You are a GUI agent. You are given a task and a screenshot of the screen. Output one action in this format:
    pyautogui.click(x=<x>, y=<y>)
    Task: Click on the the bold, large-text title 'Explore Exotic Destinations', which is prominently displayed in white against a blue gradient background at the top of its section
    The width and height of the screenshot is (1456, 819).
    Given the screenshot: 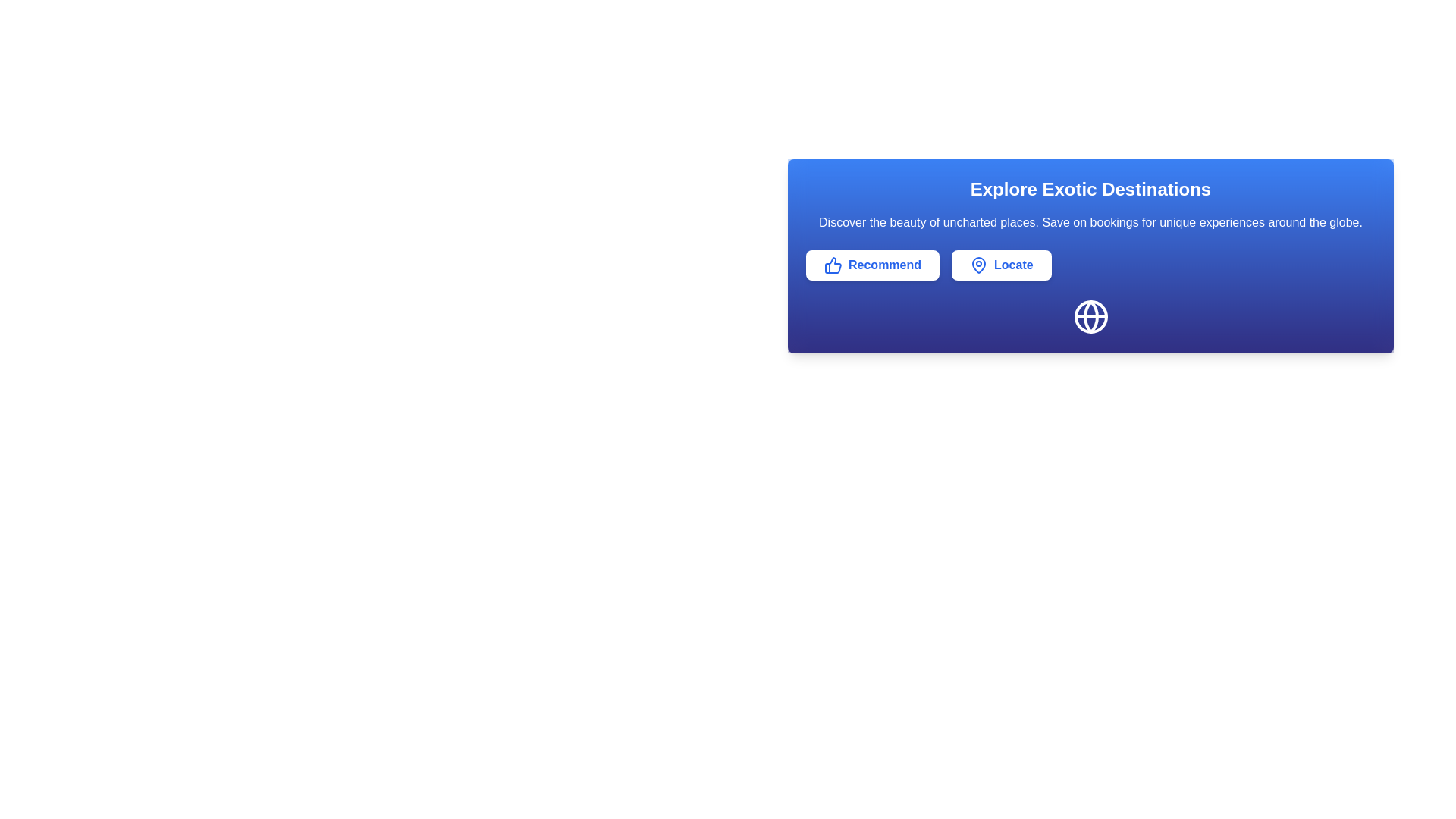 What is the action you would take?
    pyautogui.click(x=1090, y=189)
    